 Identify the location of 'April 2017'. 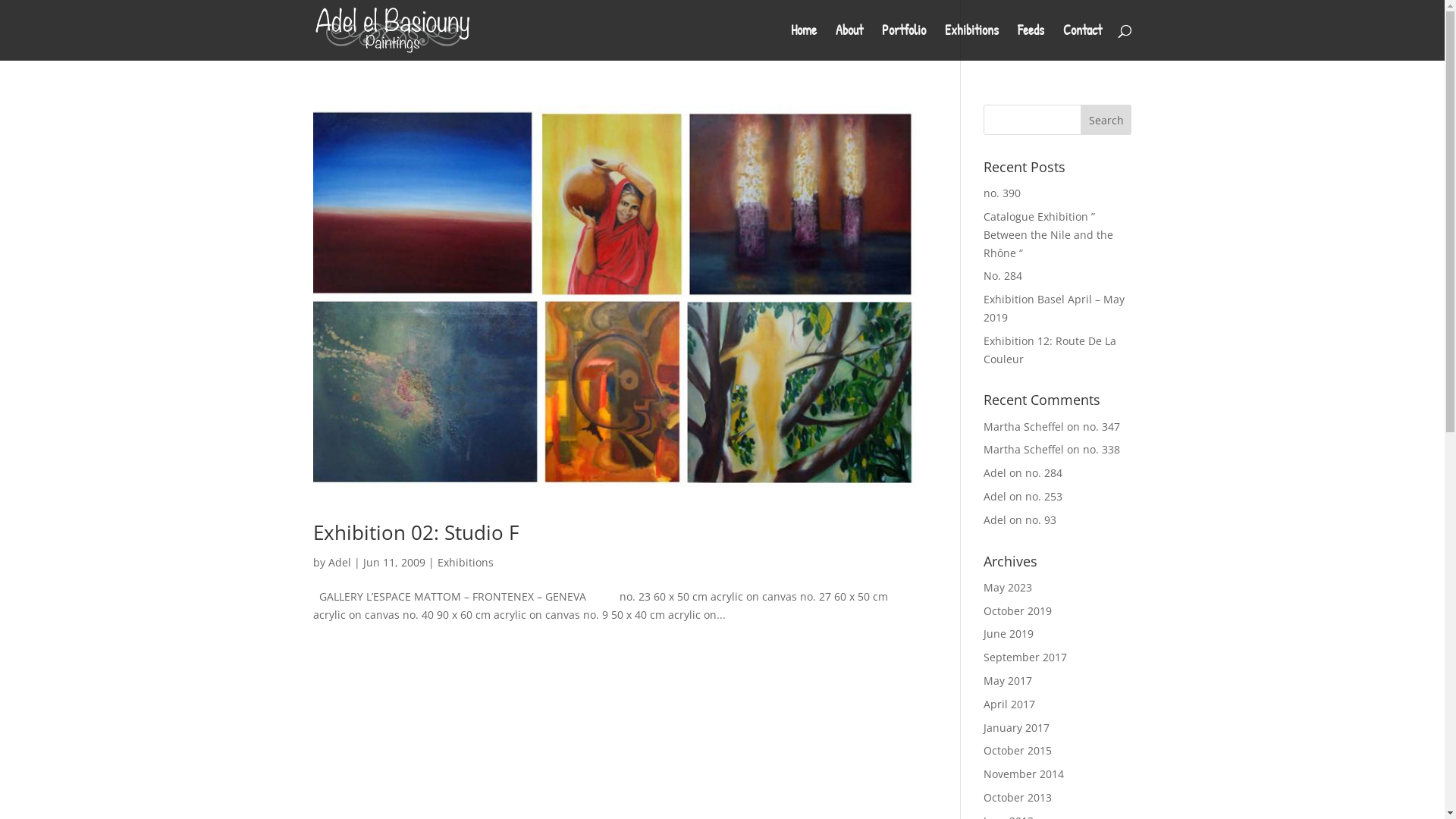
(1009, 704).